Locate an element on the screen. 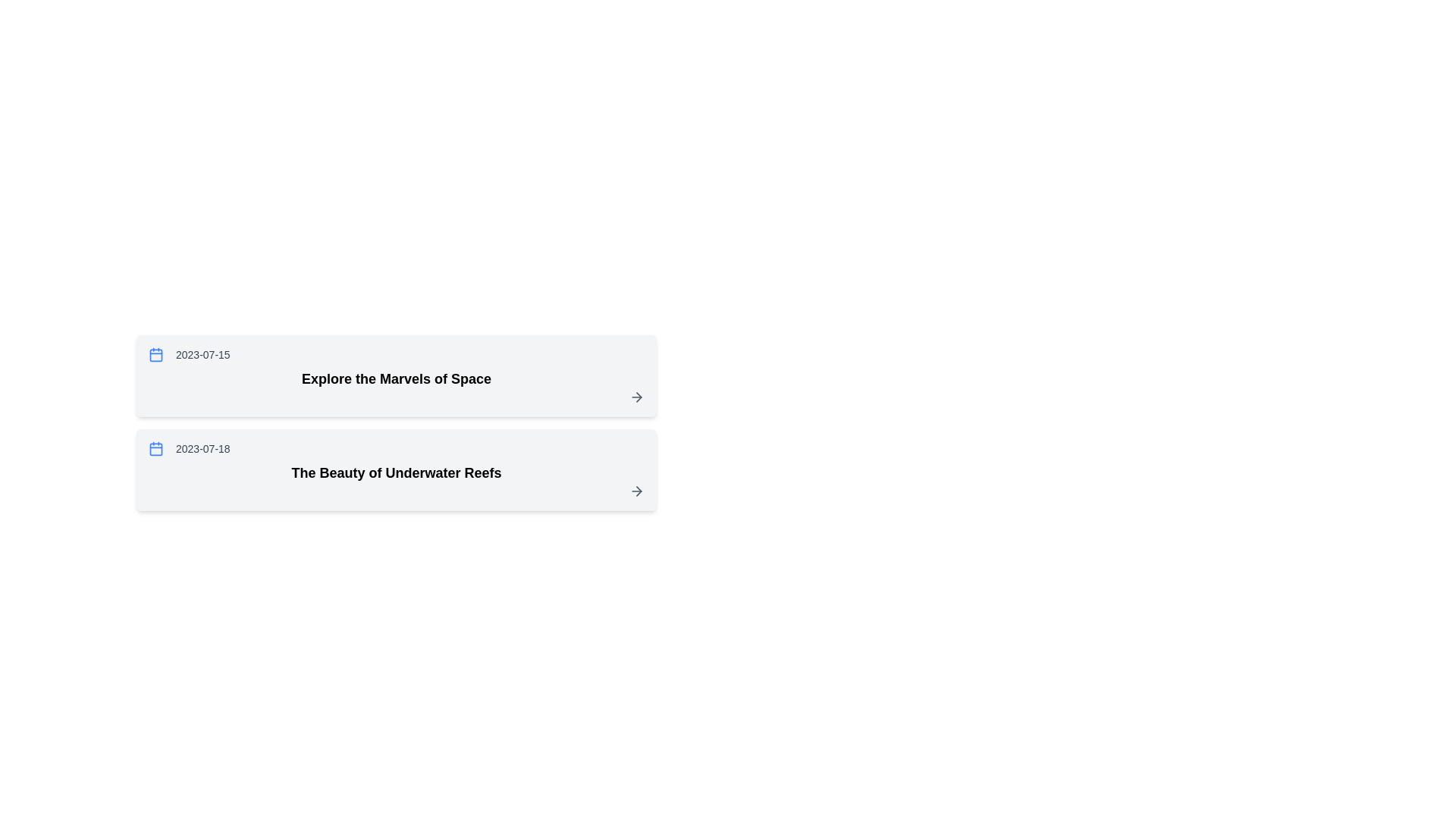  date displayed in the text label located in the lower card, positioned to the right of the calendar icon is located at coordinates (202, 447).